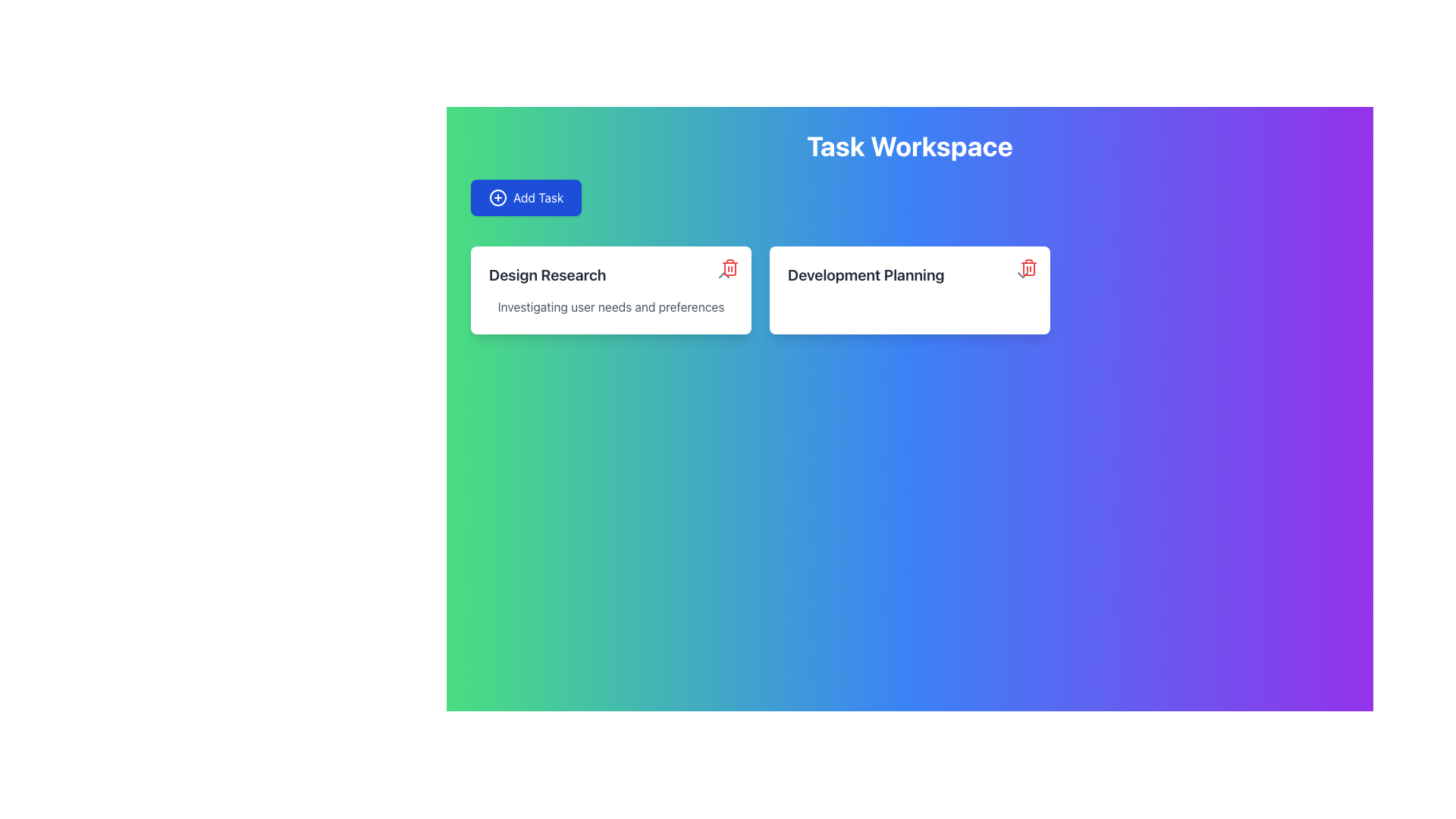 Image resolution: width=1456 pixels, height=819 pixels. I want to click on the Text Label that identifies the task card, located at the top-left of a white card within a grid of task cards, so click(547, 275).